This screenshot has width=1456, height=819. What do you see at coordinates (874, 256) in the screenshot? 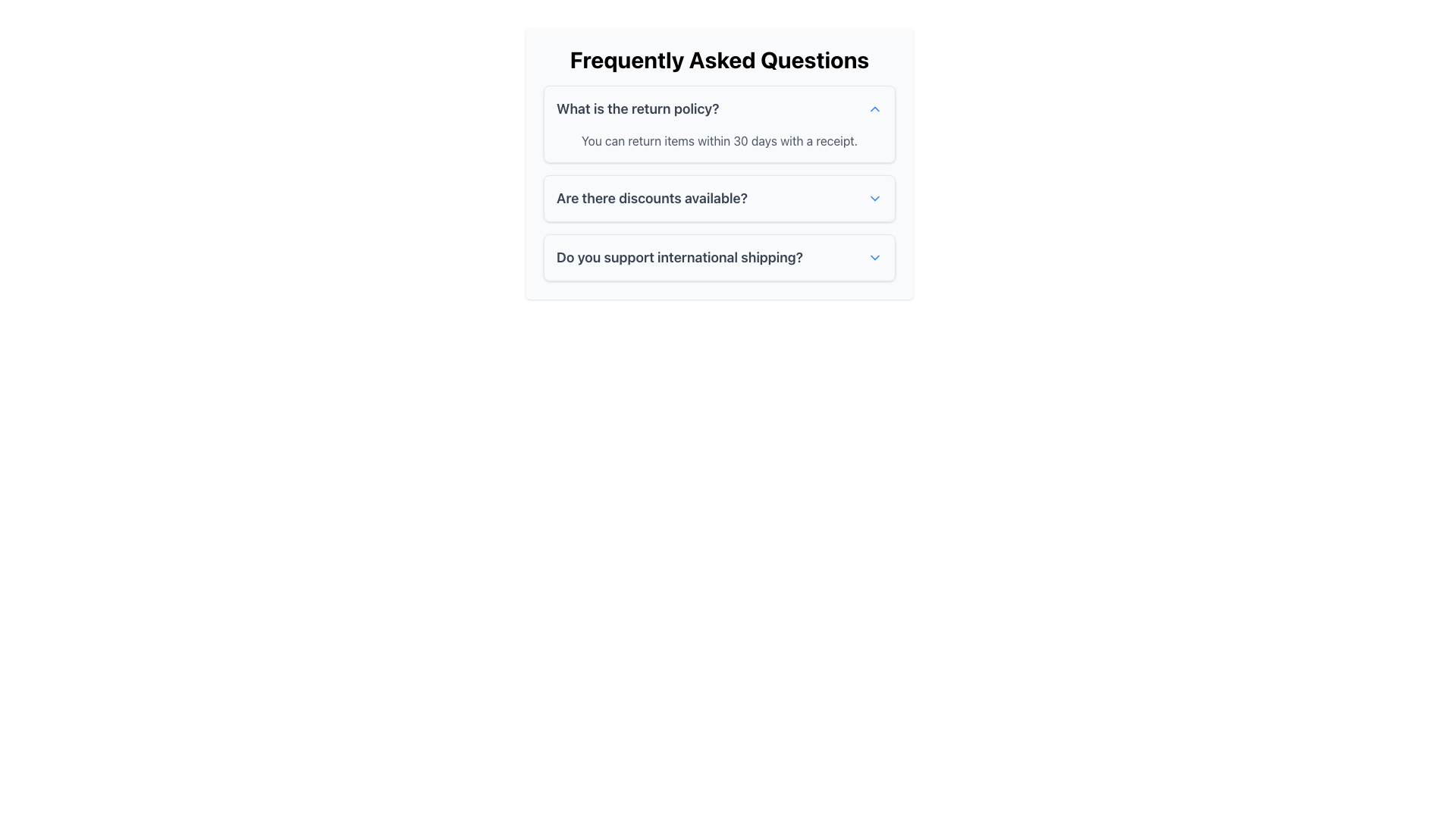
I see `the expand/collapse icon associated with the FAQ question 'Do you support international shipping?'` at bounding box center [874, 256].